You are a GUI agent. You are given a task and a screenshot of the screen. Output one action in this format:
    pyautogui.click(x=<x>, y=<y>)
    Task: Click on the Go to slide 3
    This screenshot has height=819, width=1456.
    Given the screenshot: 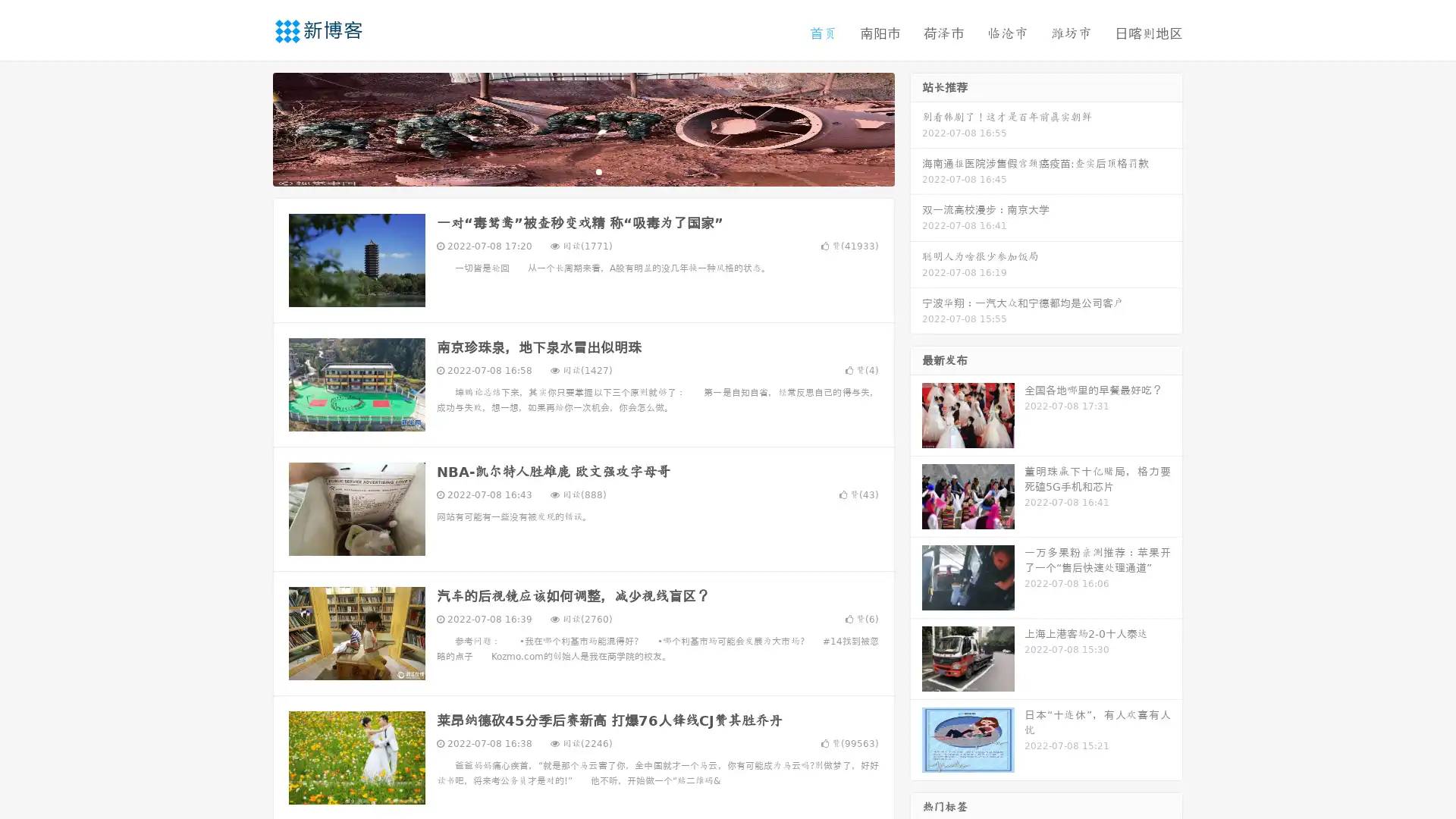 What is the action you would take?
    pyautogui.click(x=598, y=171)
    